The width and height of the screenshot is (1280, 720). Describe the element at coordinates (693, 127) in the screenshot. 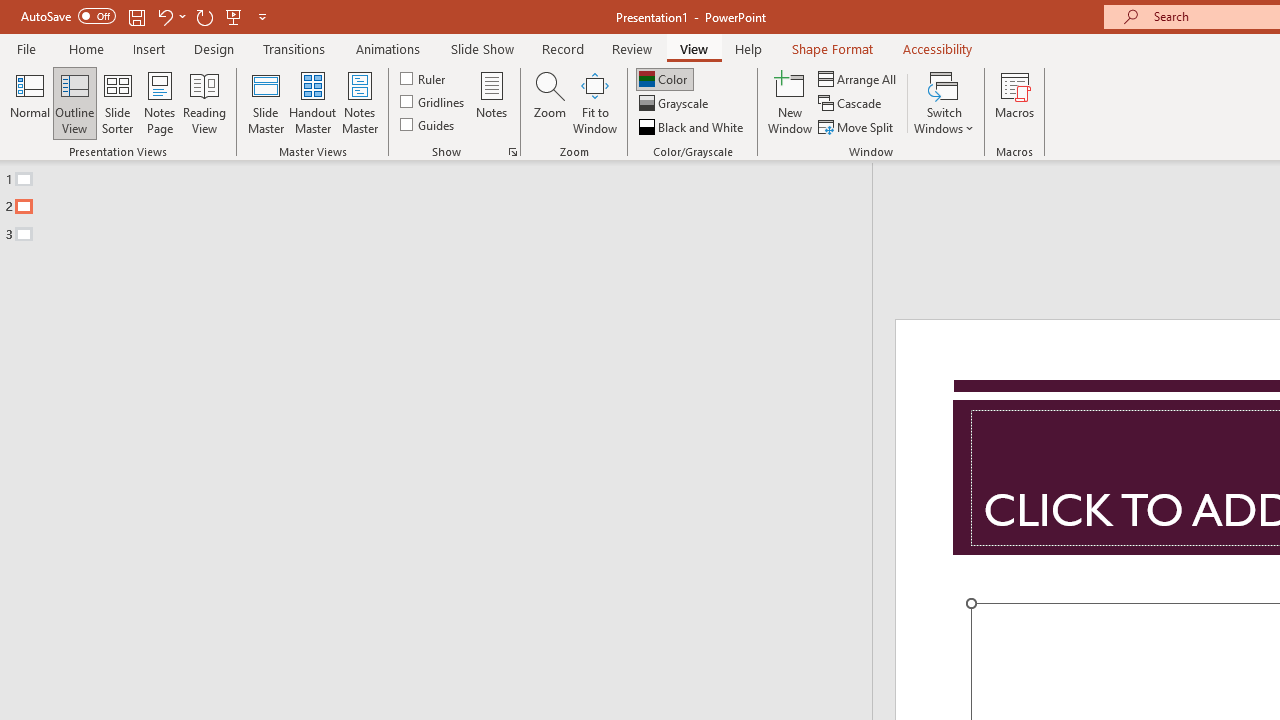

I see `'Black and White'` at that location.